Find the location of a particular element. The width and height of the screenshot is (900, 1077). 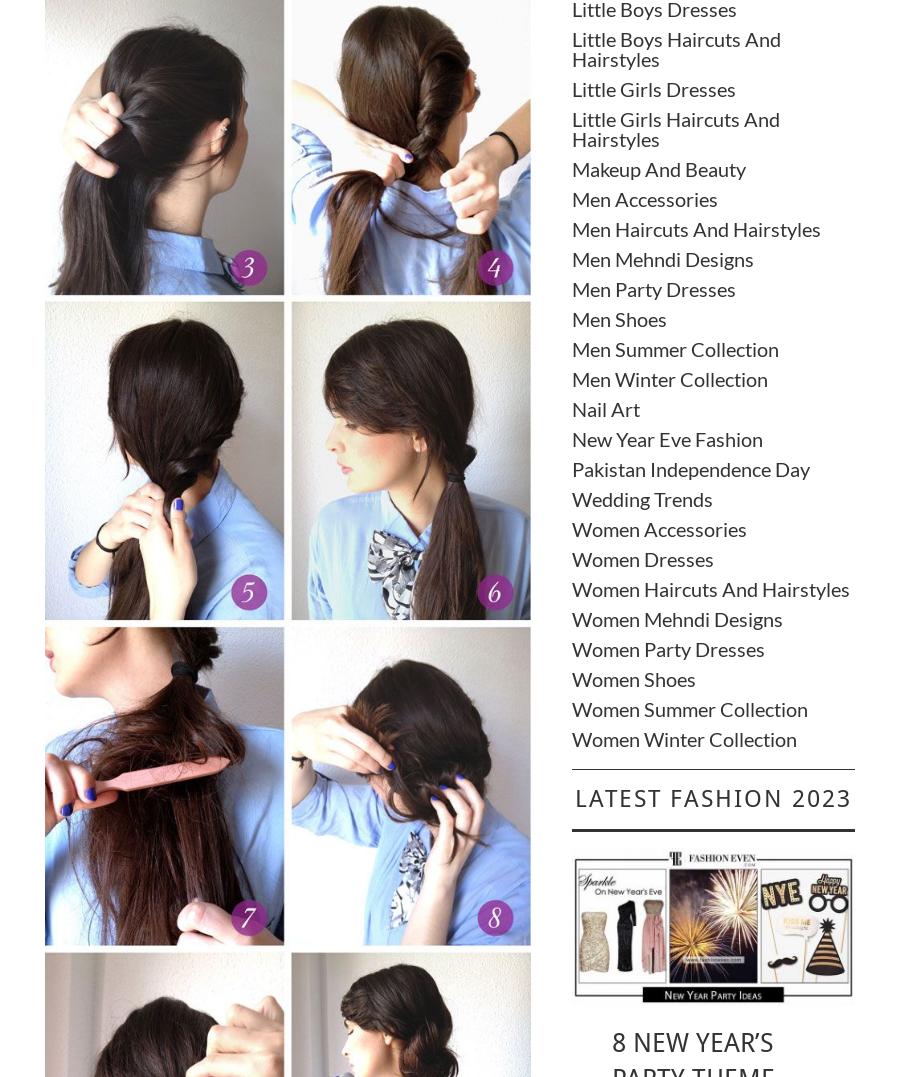

'Makeup And Beauty' is located at coordinates (570, 167).